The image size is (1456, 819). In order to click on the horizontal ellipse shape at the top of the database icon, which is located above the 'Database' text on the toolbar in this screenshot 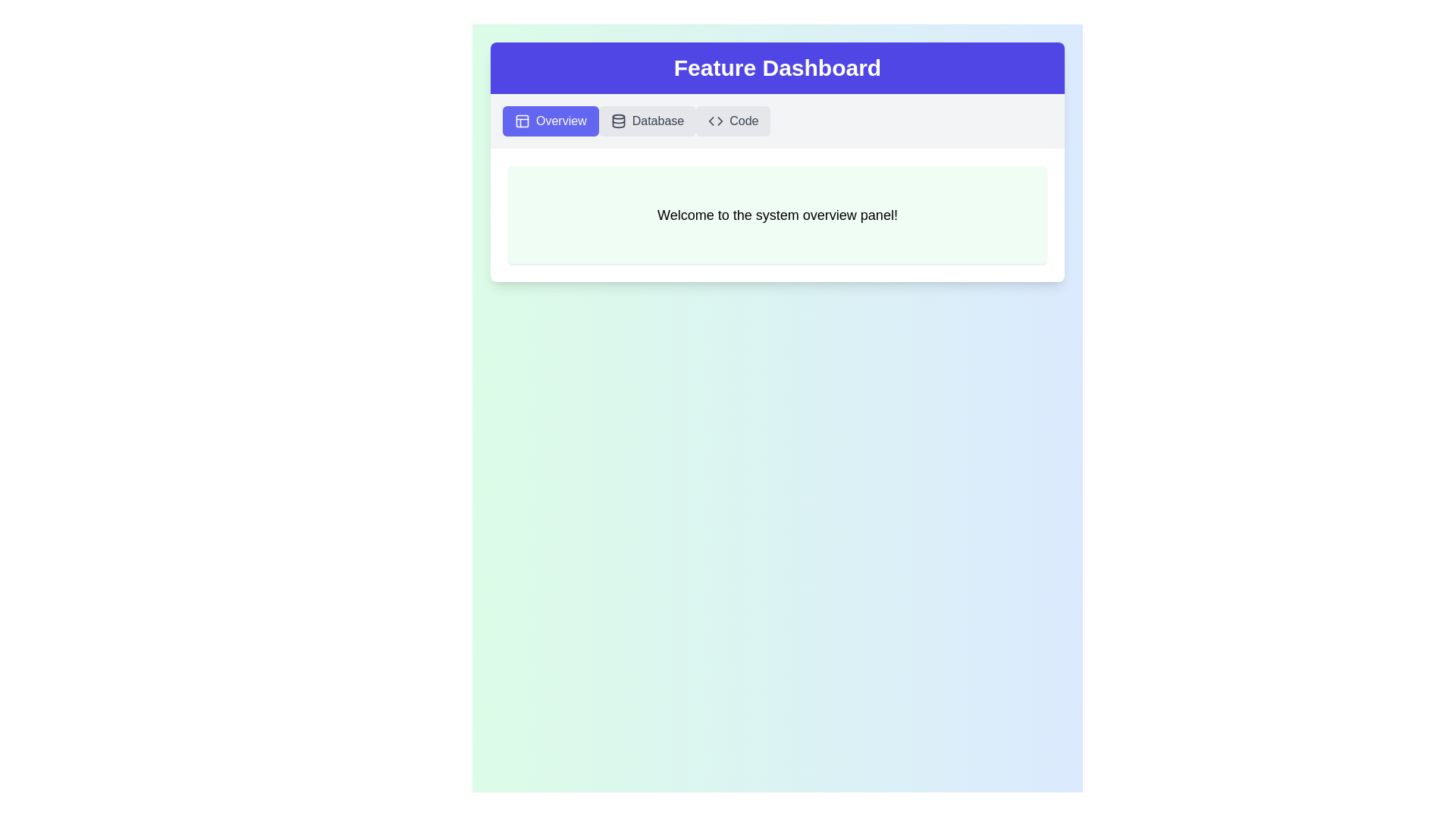, I will do `click(618, 116)`.